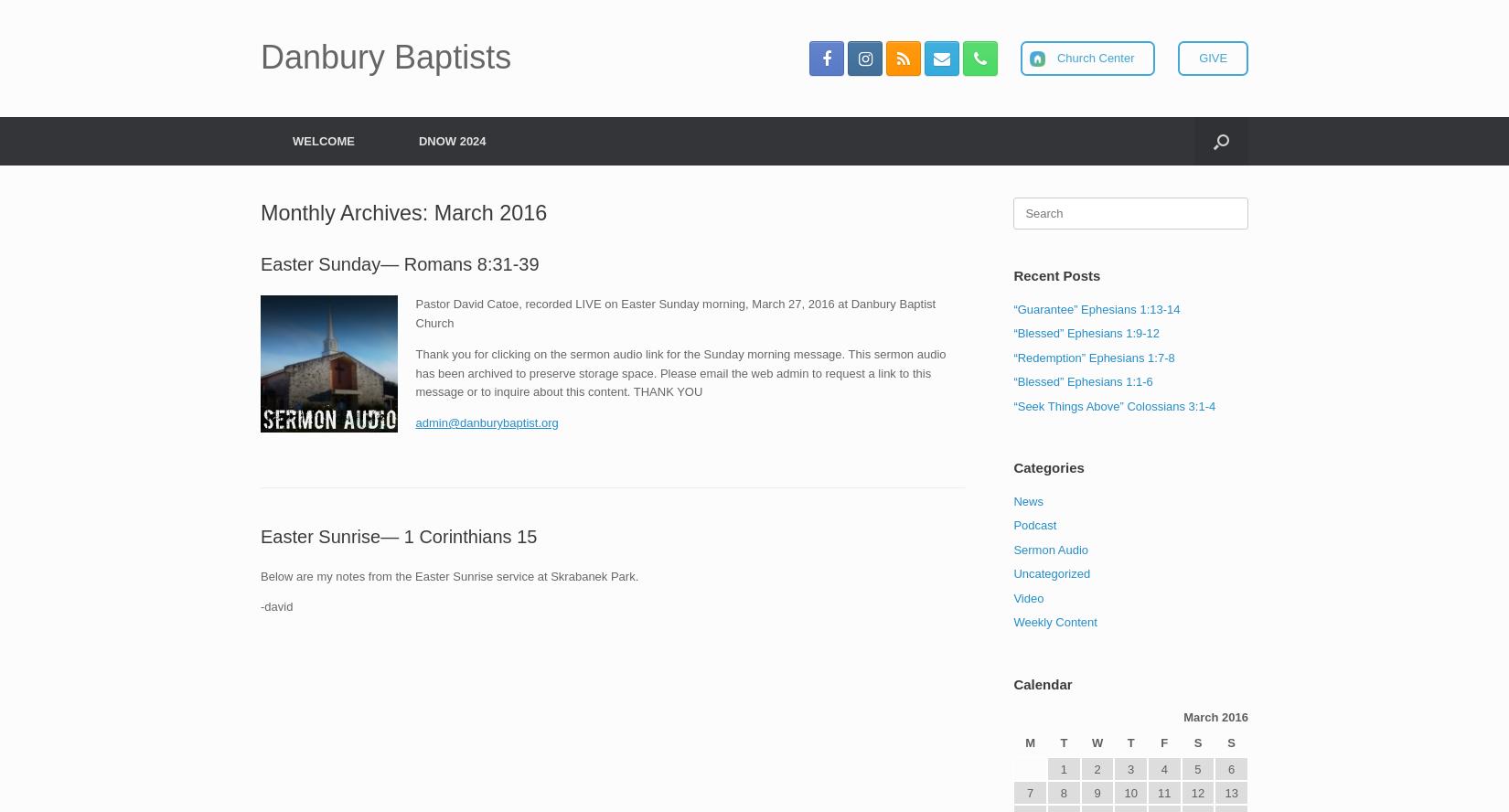  I want to click on 'DNOW 2024', so click(451, 141).